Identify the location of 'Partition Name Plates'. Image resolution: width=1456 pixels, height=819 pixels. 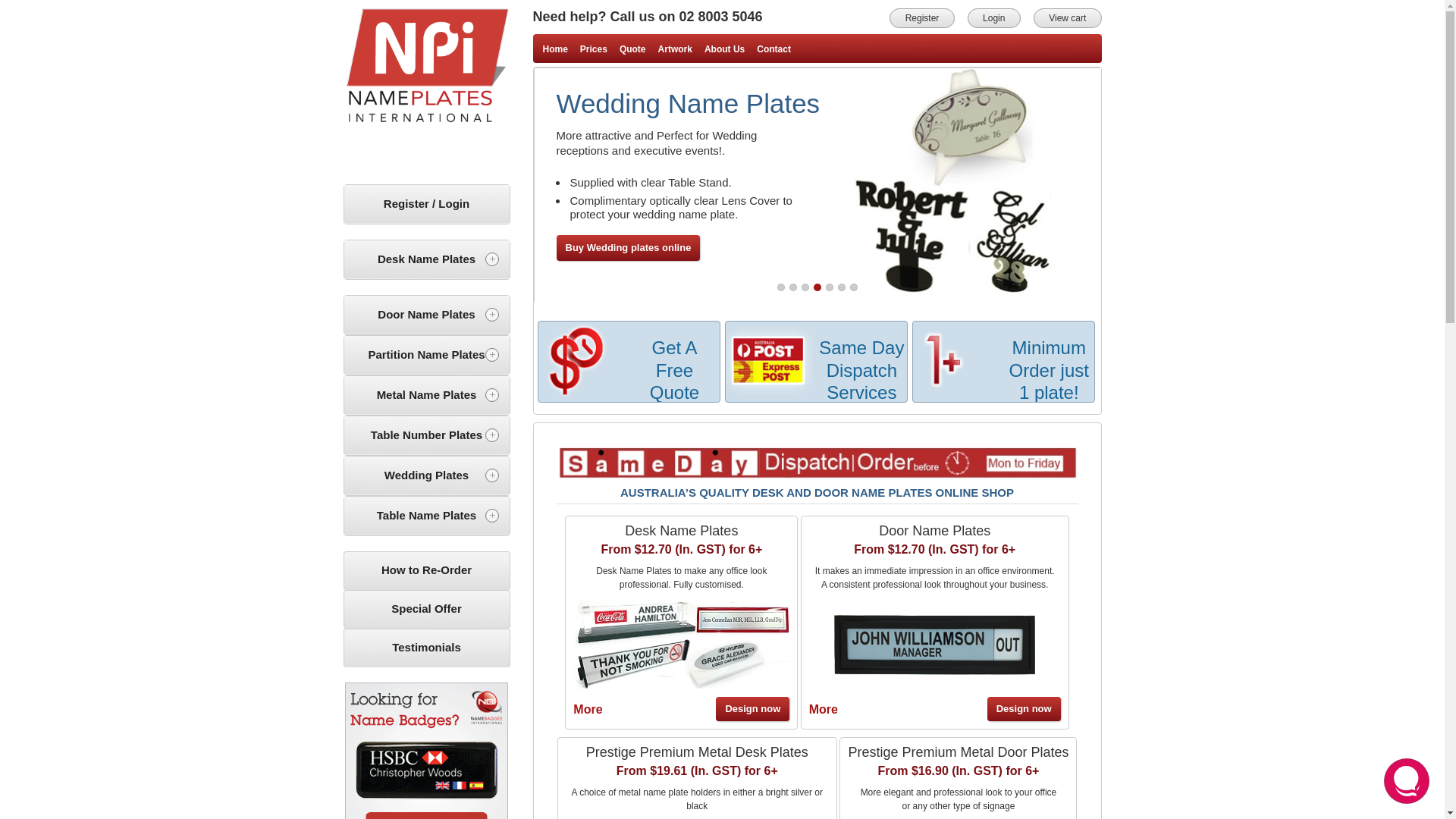
(344, 355).